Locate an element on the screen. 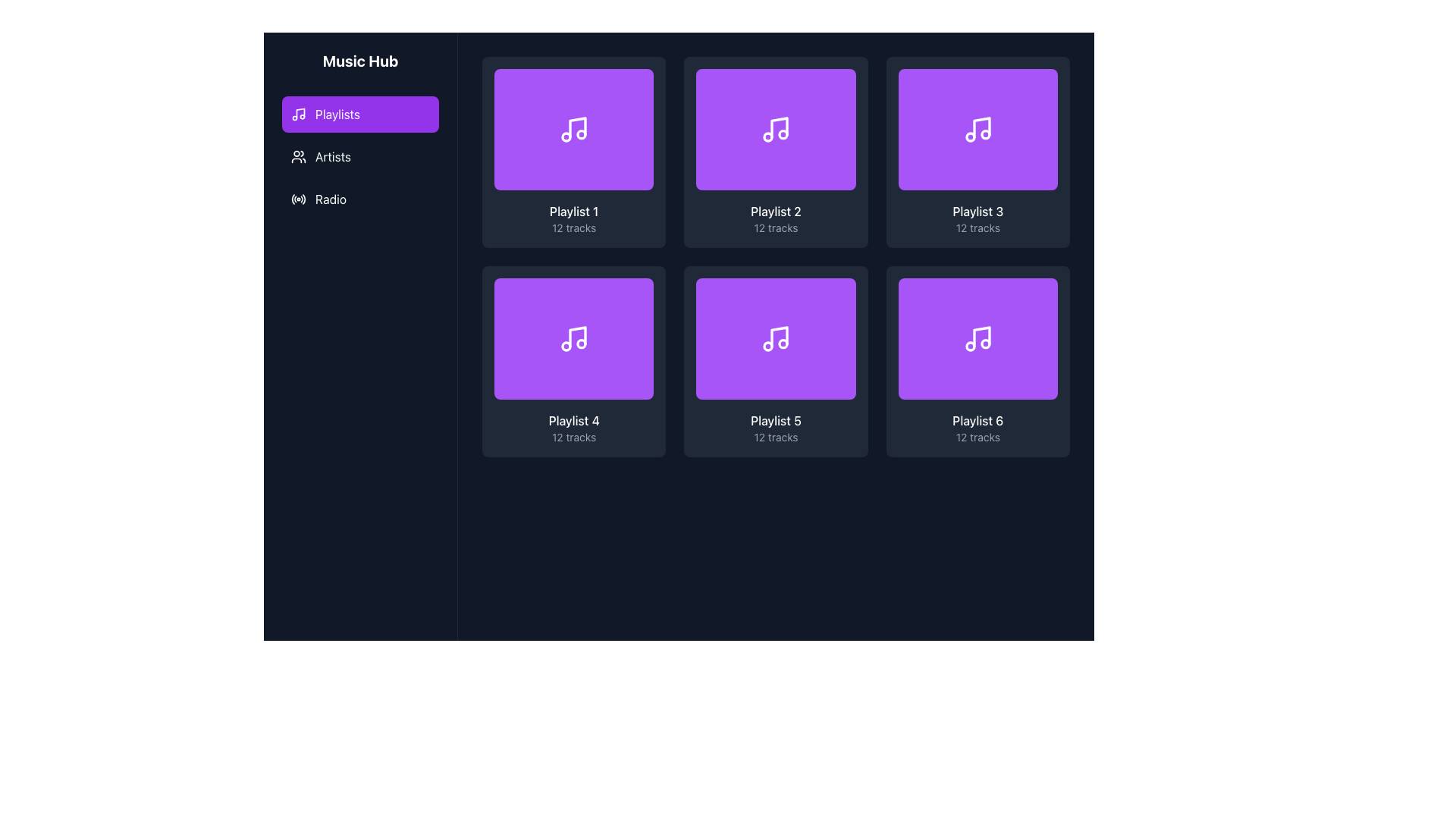 The image size is (1456, 819). the 'Playlists' button, which is a rectangular button with a dark background and a vibrant purple fill, featuring a music note icon and the text 'Playlists', located in the vertical sidebar under the 'Music Hub' header is located at coordinates (359, 133).